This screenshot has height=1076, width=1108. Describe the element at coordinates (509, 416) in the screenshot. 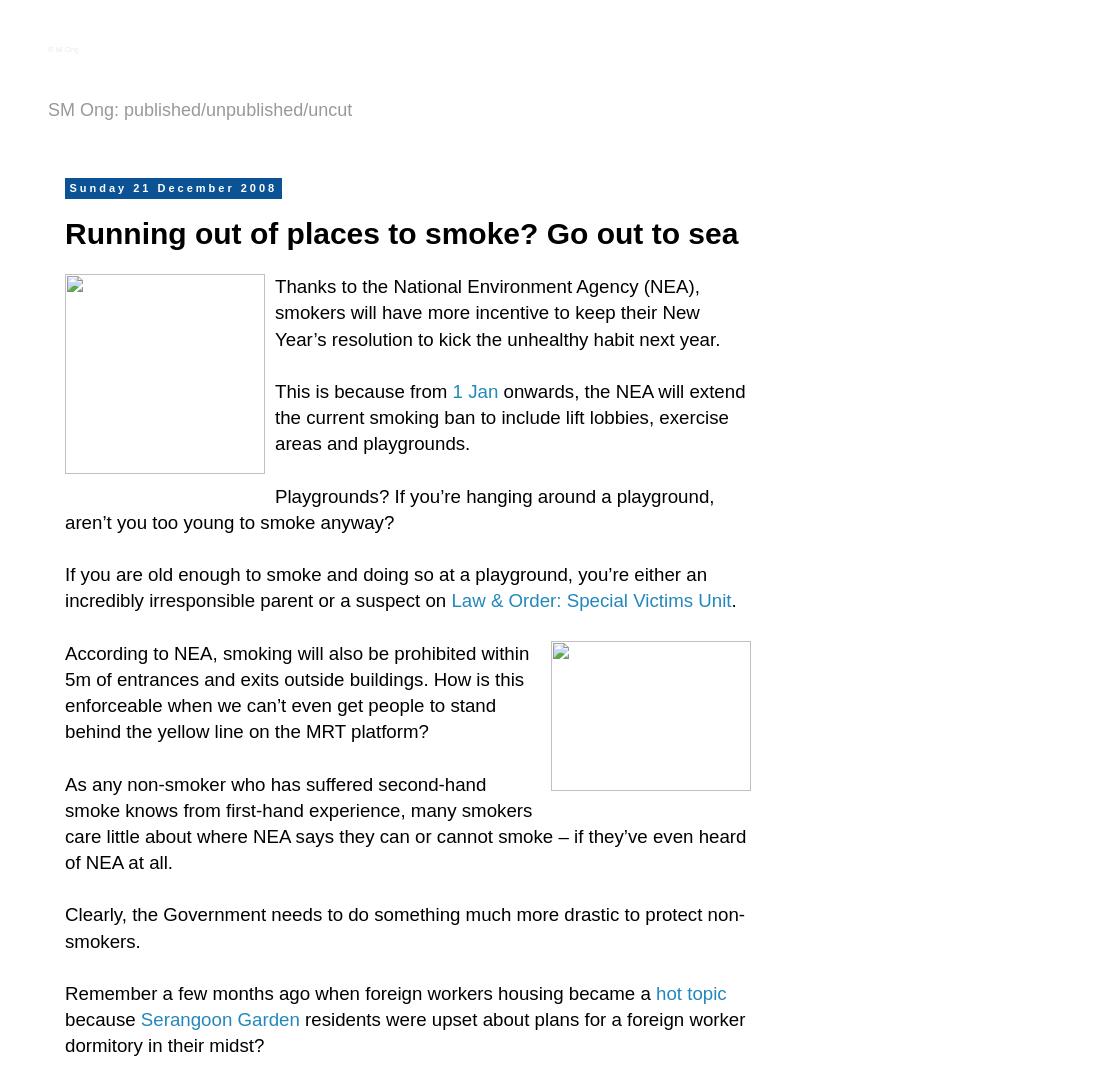

I see `'onwards, the NEA will extend the current smoking ban to include lift lobbies, exercise areas and playgrounds.'` at that location.